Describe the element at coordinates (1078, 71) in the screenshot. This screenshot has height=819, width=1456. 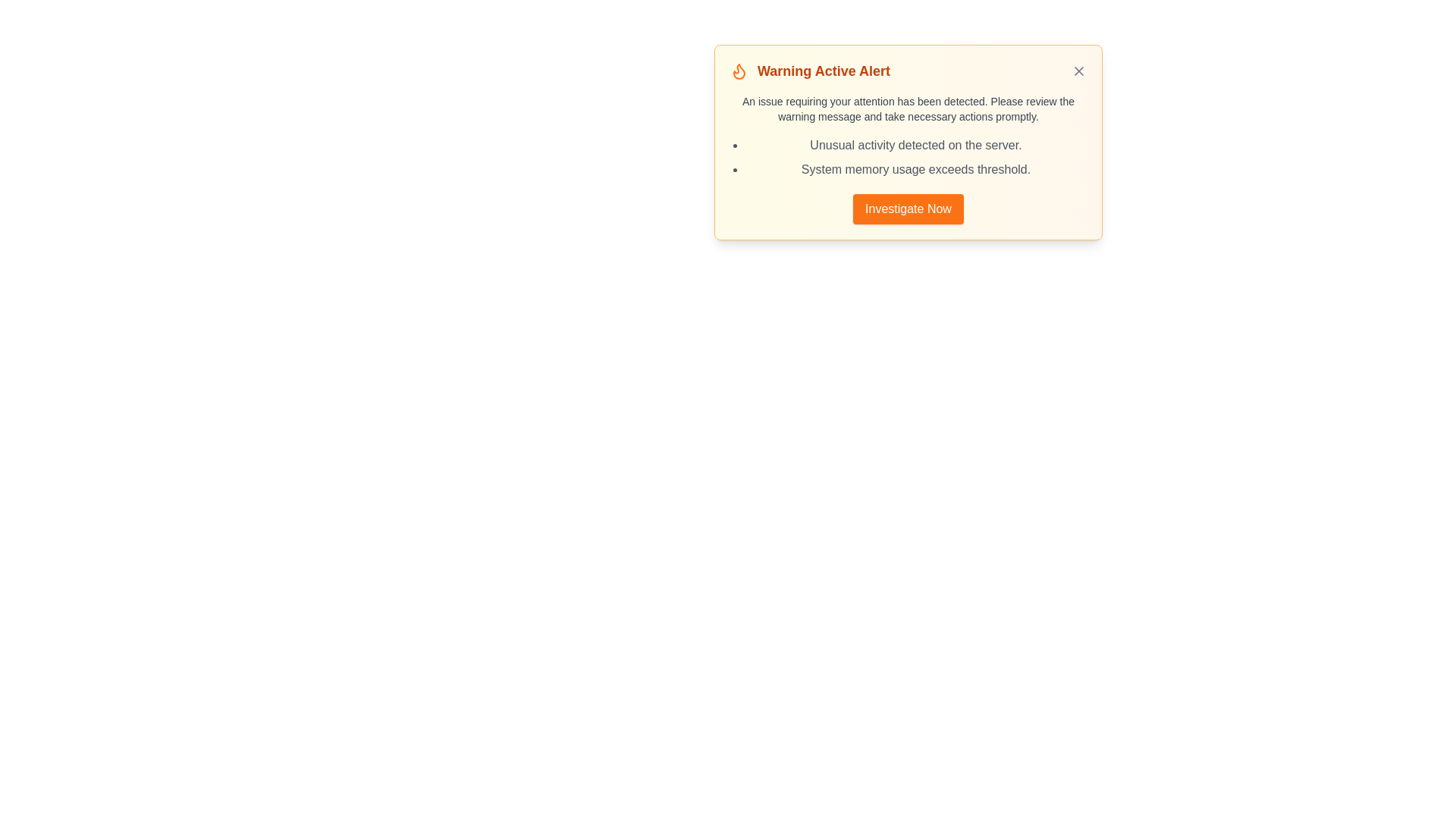
I see `close button to dismiss the alert` at that location.